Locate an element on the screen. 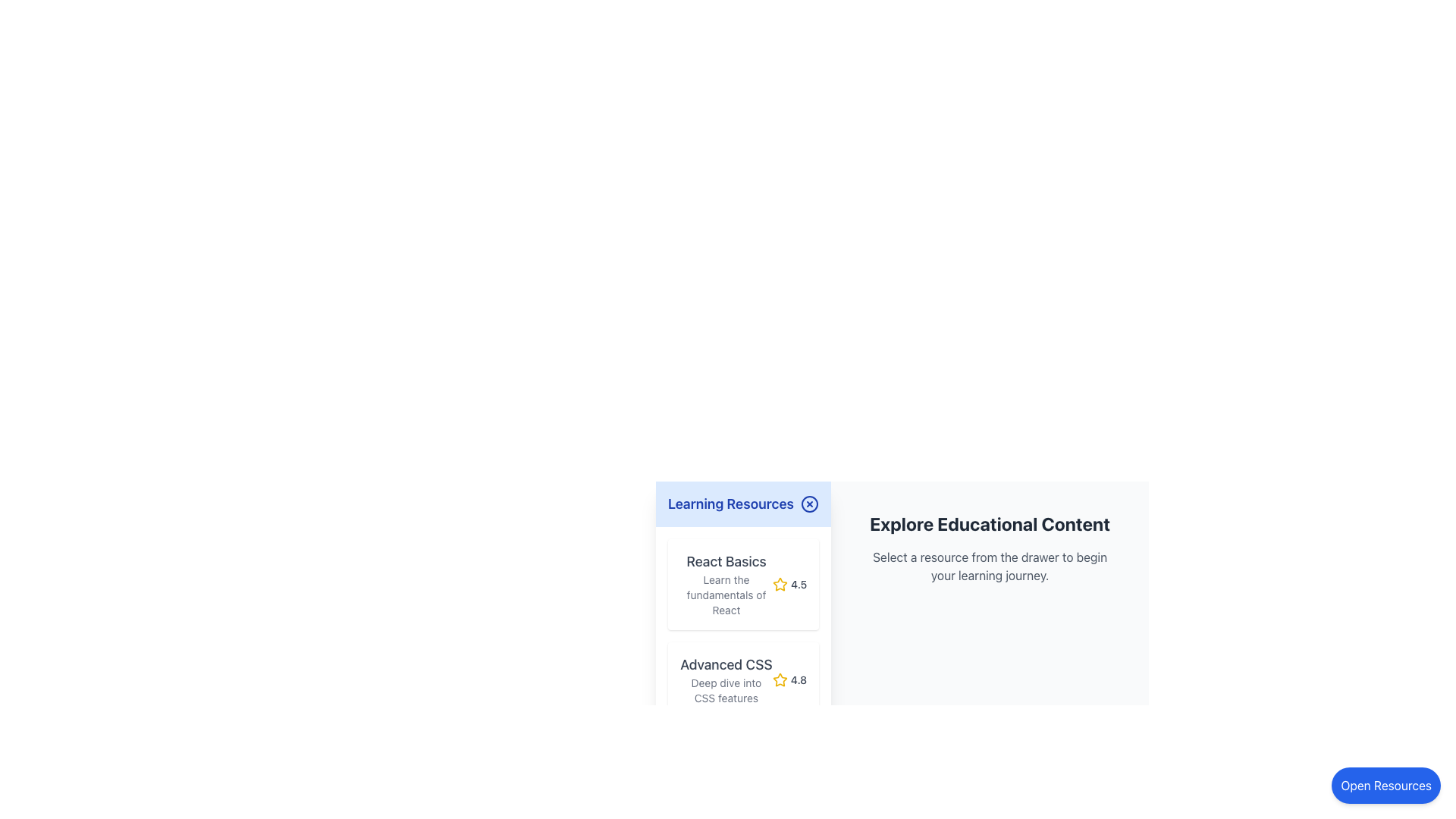 The image size is (1456, 819). the star icon indicating a rating of '4.5' in the 'Learning Resources' section below the 'React Basics' title is located at coordinates (780, 584).